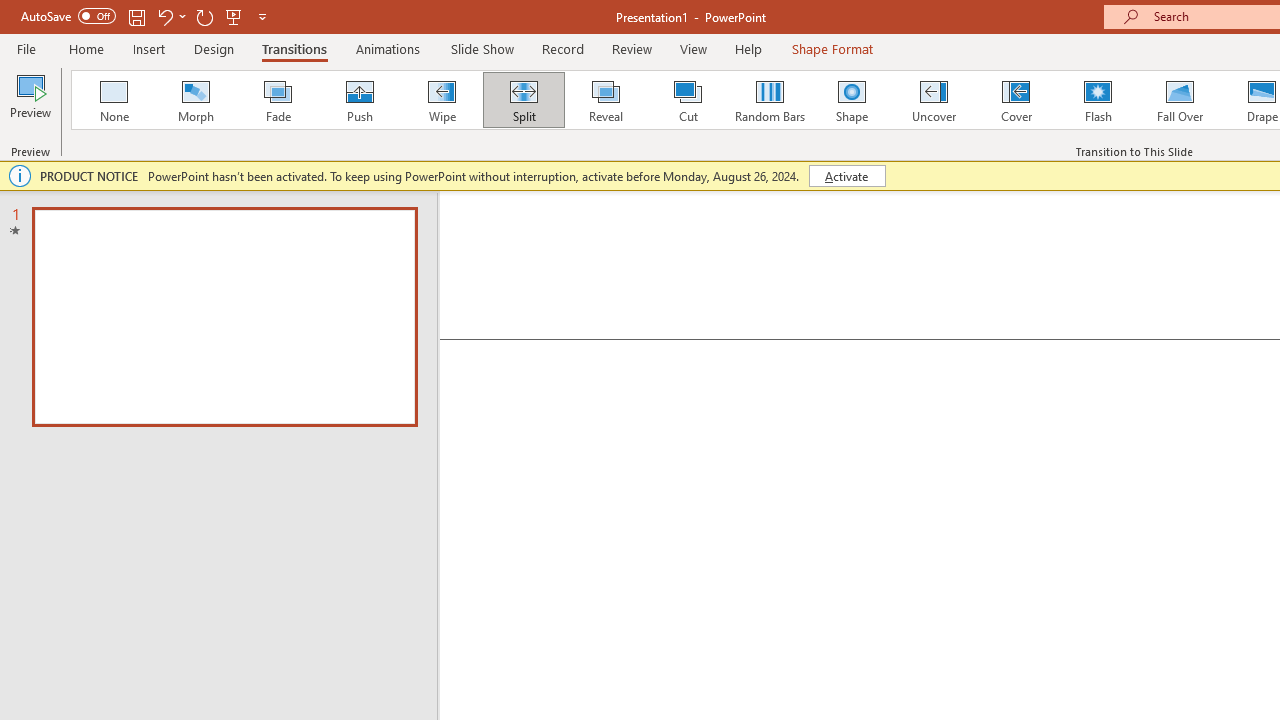  What do you see at coordinates (359, 100) in the screenshot?
I see `'Push'` at bounding box center [359, 100].